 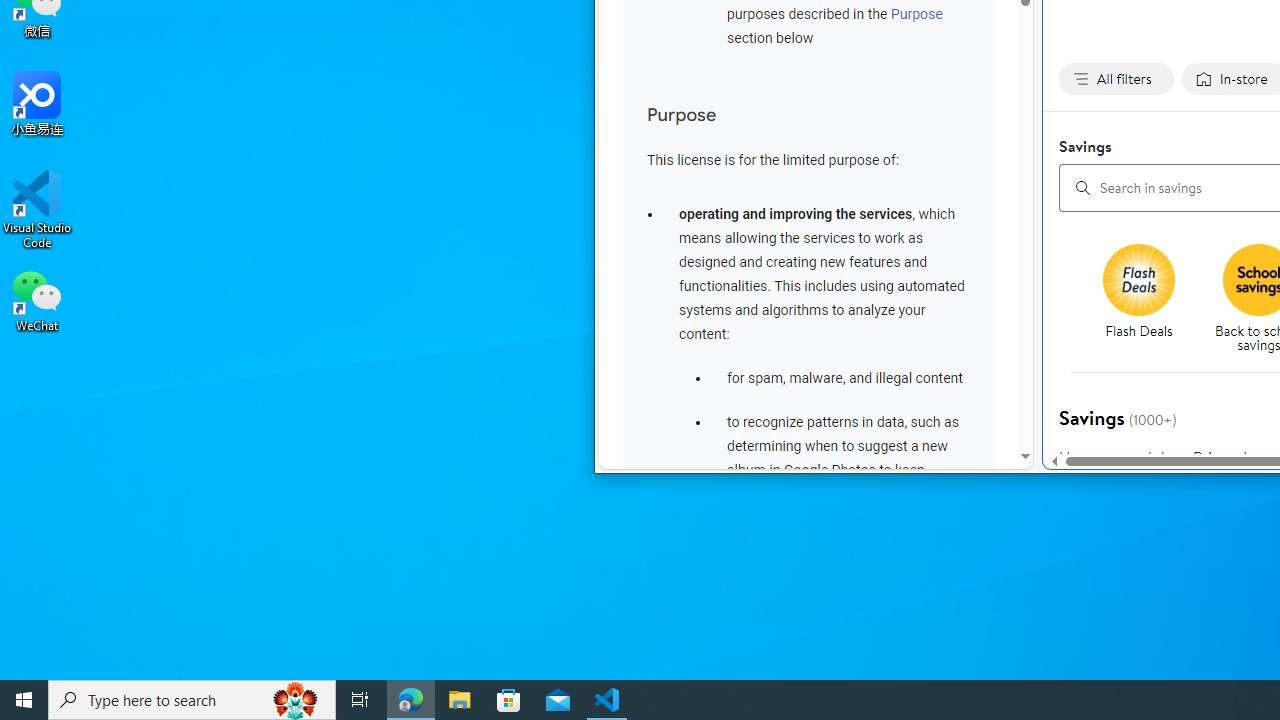 What do you see at coordinates (410, 698) in the screenshot?
I see `'Microsoft Edge - 1 running window'` at bounding box center [410, 698].